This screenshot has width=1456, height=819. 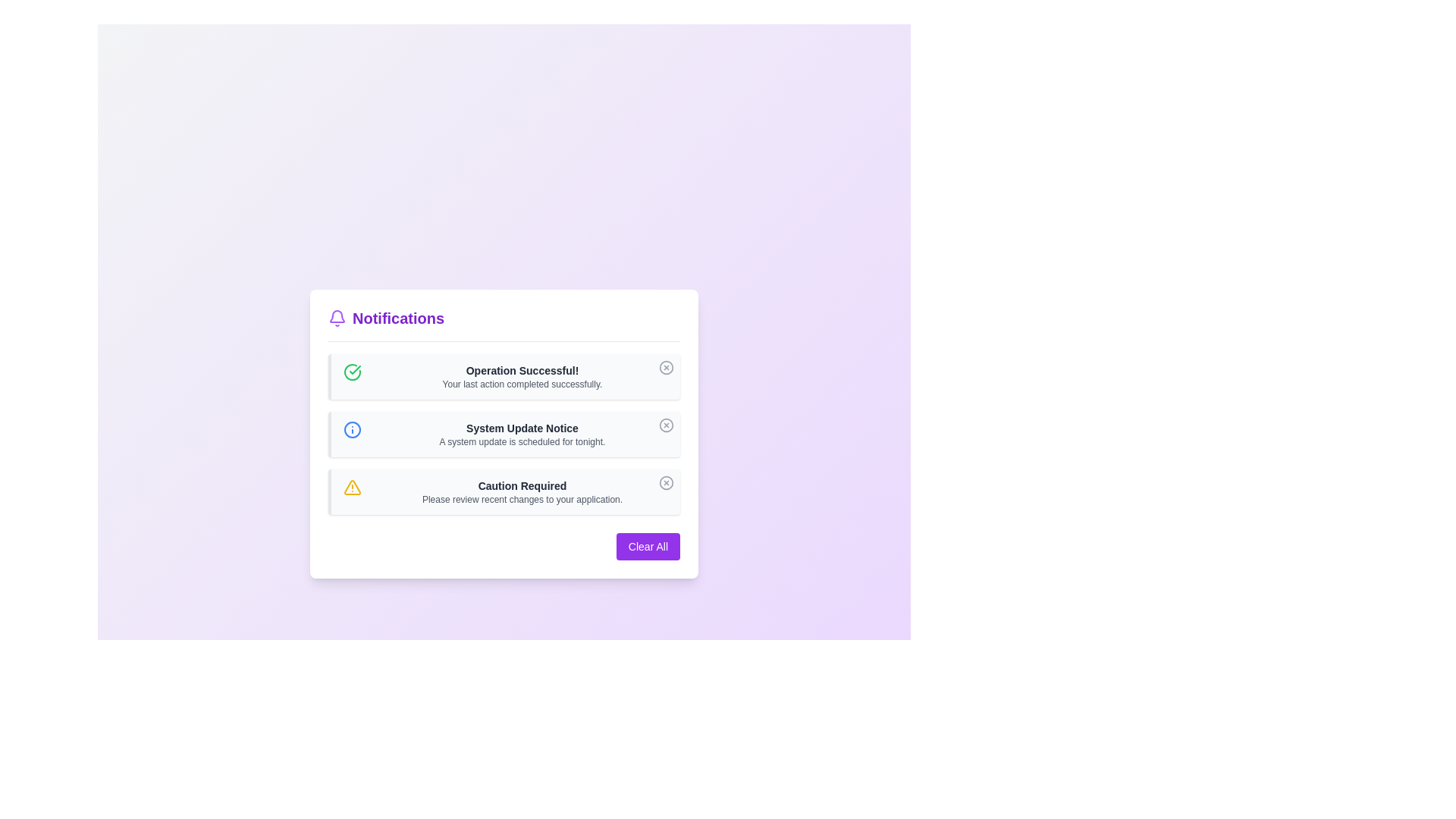 I want to click on the caution icon located in the third notification entry of the list, which is positioned near the left edge of the notification card and aligns vertically with the card's header, so click(x=352, y=487).